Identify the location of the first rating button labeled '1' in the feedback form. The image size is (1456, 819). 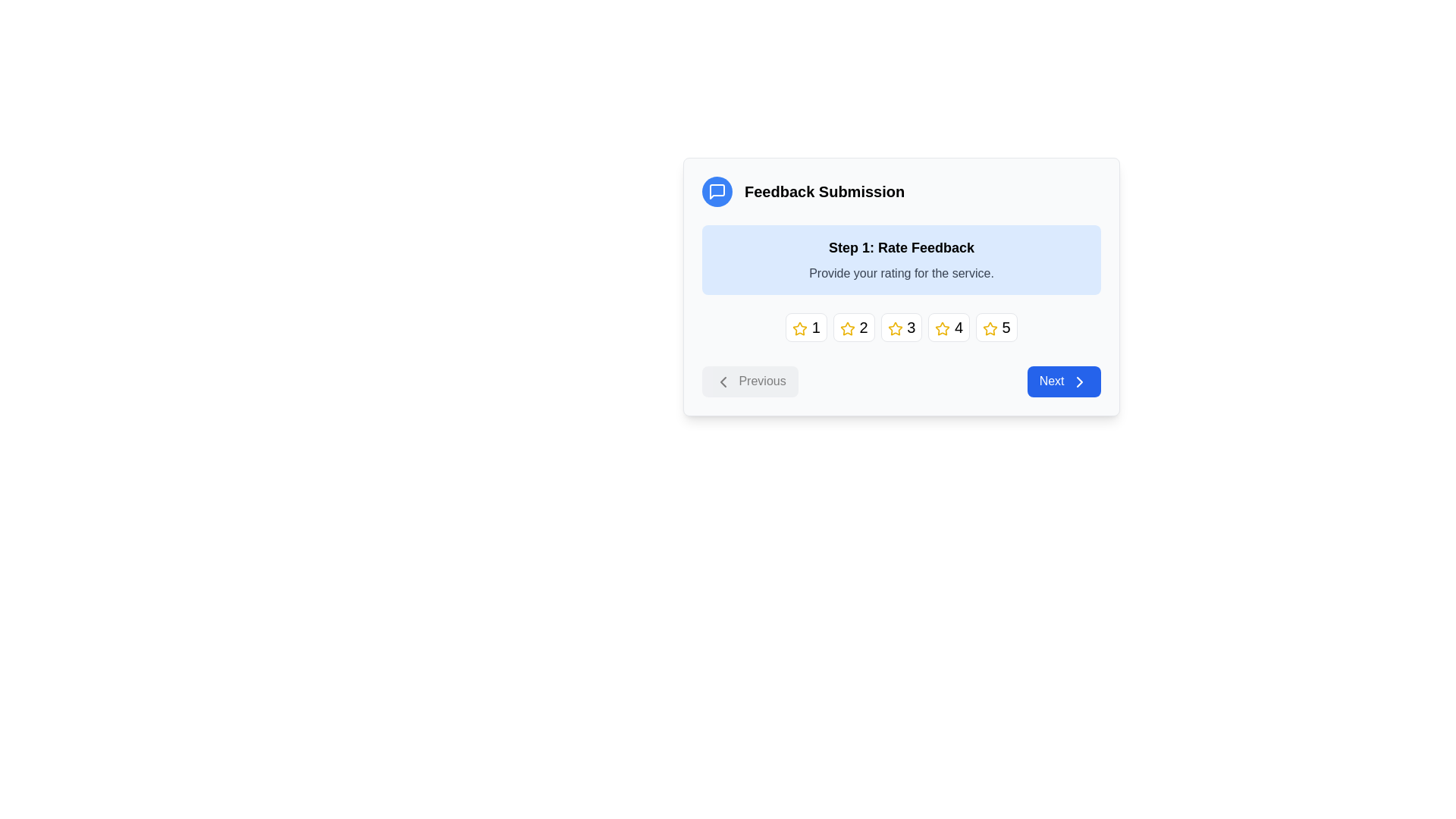
(805, 327).